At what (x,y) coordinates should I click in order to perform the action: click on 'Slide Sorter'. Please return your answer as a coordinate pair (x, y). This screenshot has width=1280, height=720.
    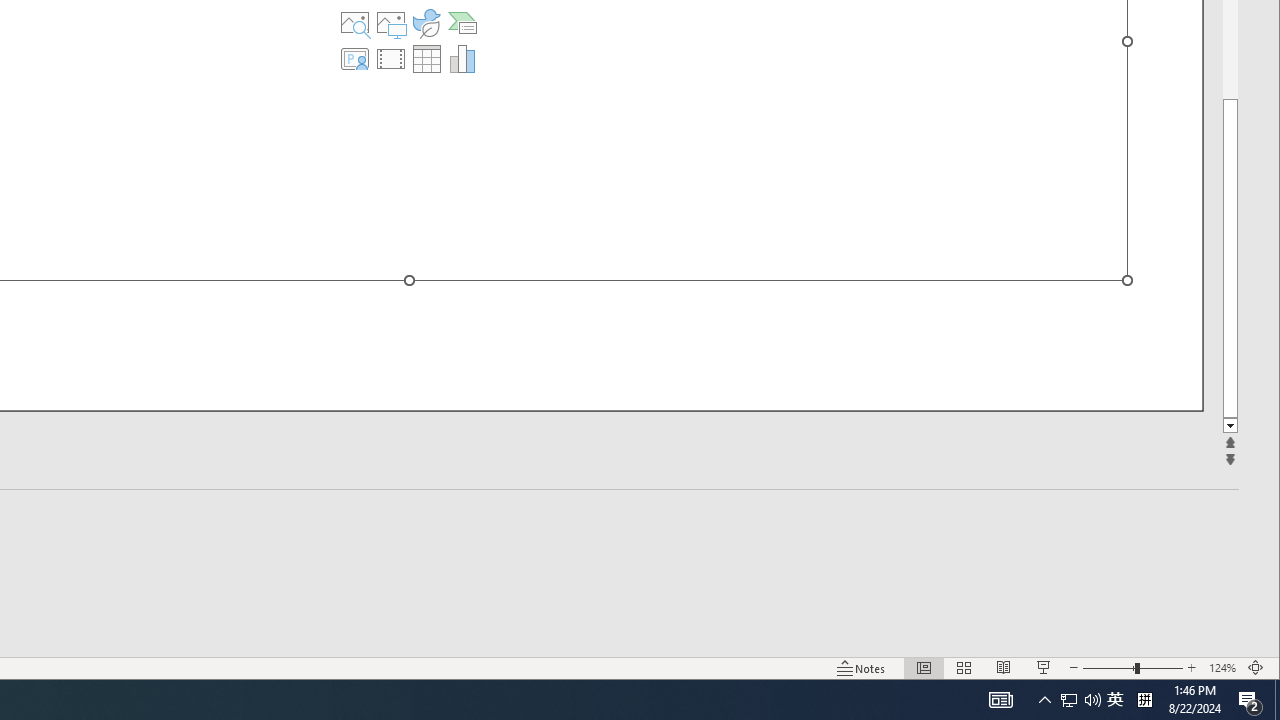
    Looking at the image, I should click on (964, 668).